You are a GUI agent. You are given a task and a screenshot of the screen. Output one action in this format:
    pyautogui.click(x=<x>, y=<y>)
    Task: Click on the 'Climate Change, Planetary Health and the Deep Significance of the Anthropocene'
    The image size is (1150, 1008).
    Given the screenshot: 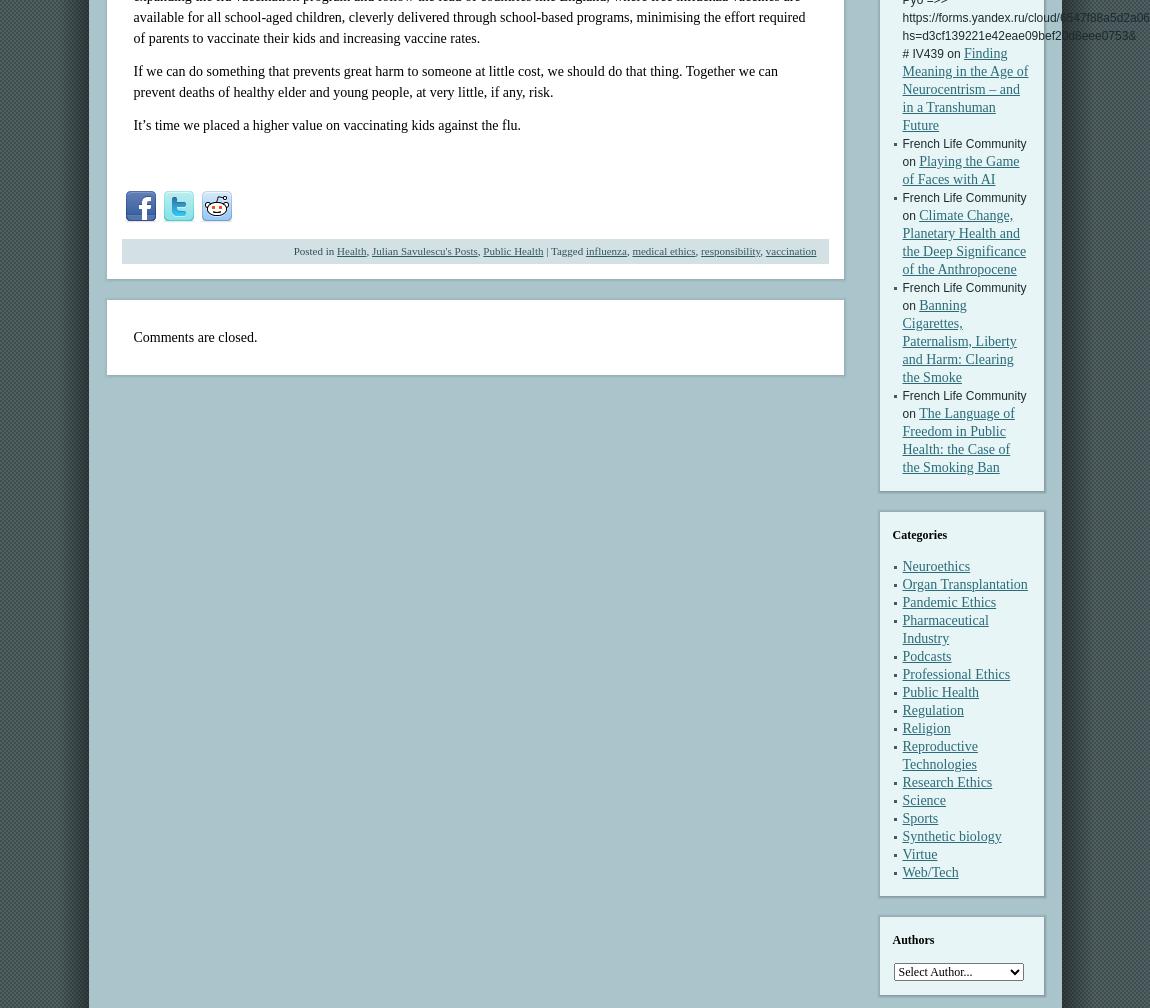 What is the action you would take?
    pyautogui.click(x=964, y=242)
    